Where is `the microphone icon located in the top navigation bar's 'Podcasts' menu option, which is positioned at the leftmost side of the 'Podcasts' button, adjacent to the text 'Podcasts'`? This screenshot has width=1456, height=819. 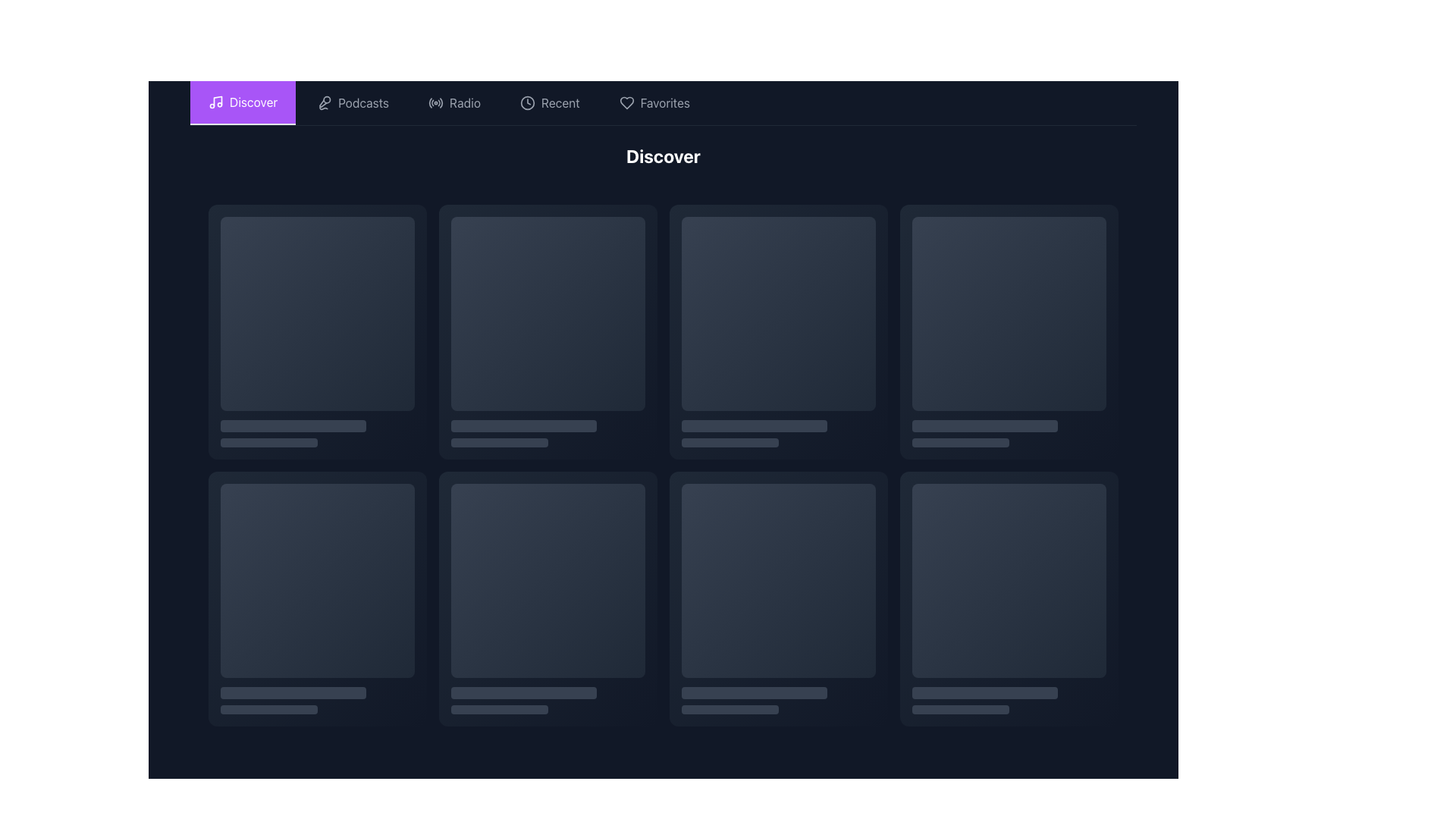
the microphone icon located in the top navigation bar's 'Podcasts' menu option, which is positioned at the leftmost side of the 'Podcasts' button, adjacent to the text 'Podcasts' is located at coordinates (324, 102).